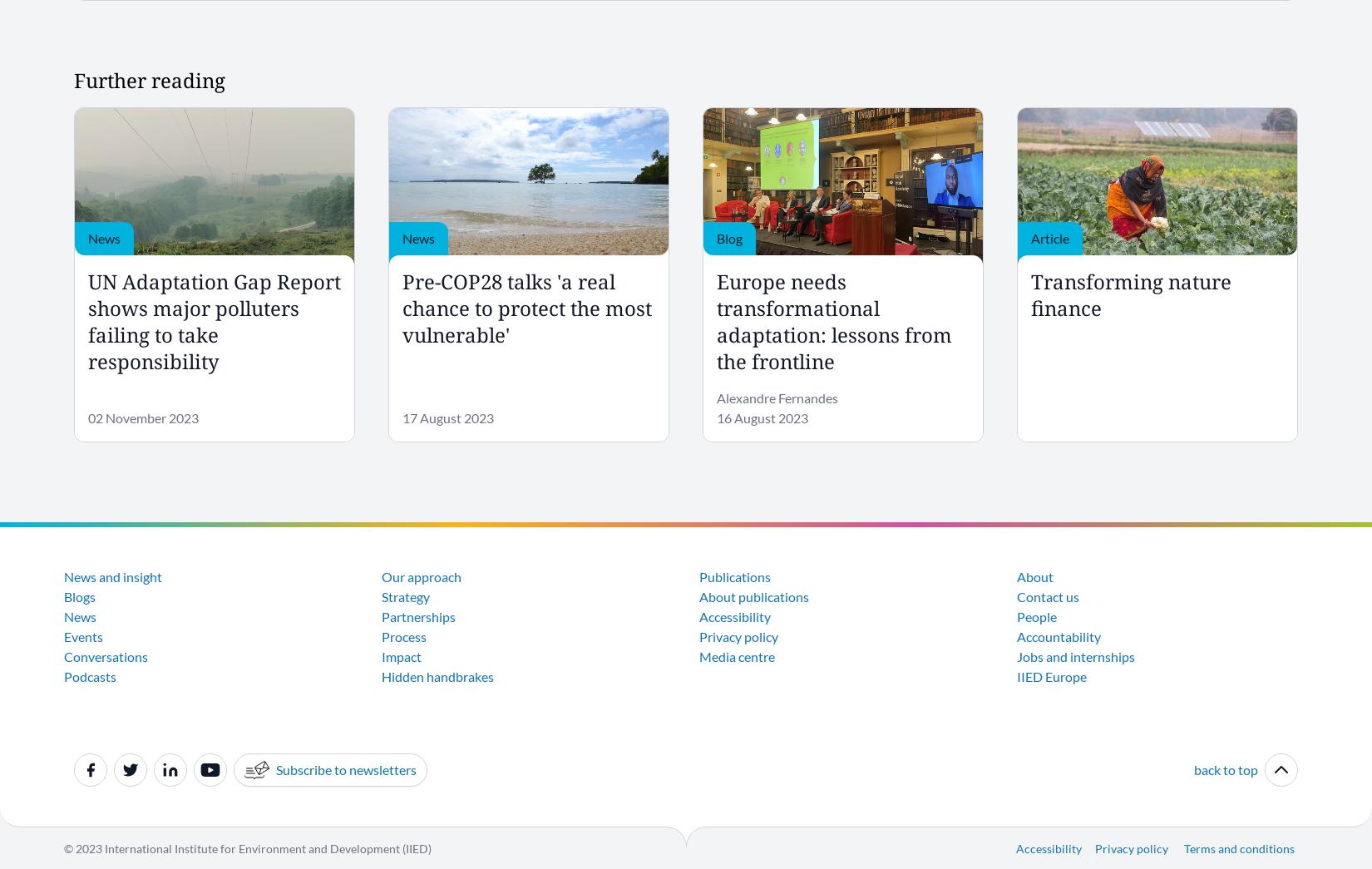 This screenshot has width=1372, height=869. Describe the element at coordinates (421, 575) in the screenshot. I see `'Our approach'` at that location.